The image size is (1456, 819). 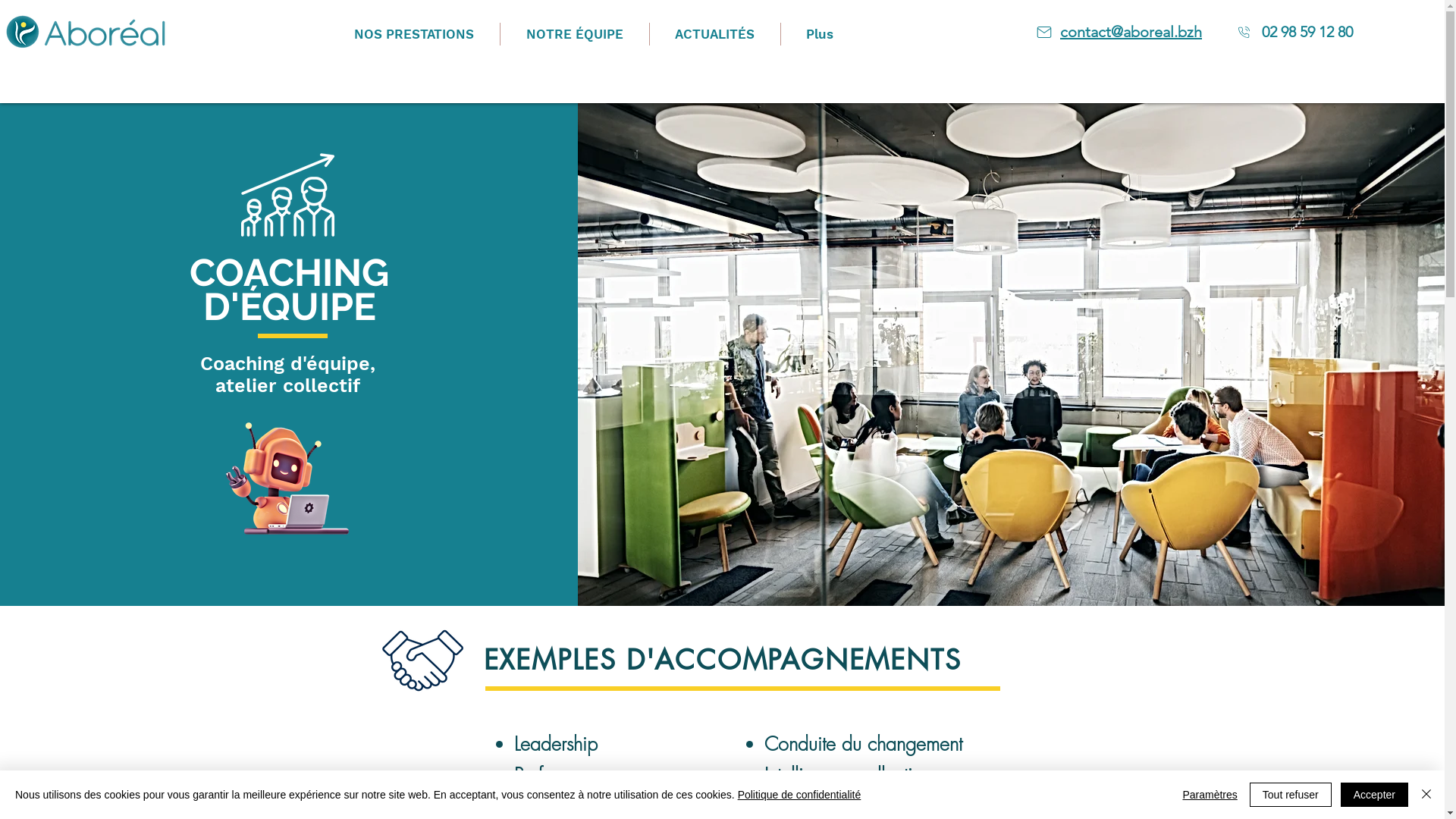 I want to click on '02 98 59 12 80', so click(x=1306, y=33).